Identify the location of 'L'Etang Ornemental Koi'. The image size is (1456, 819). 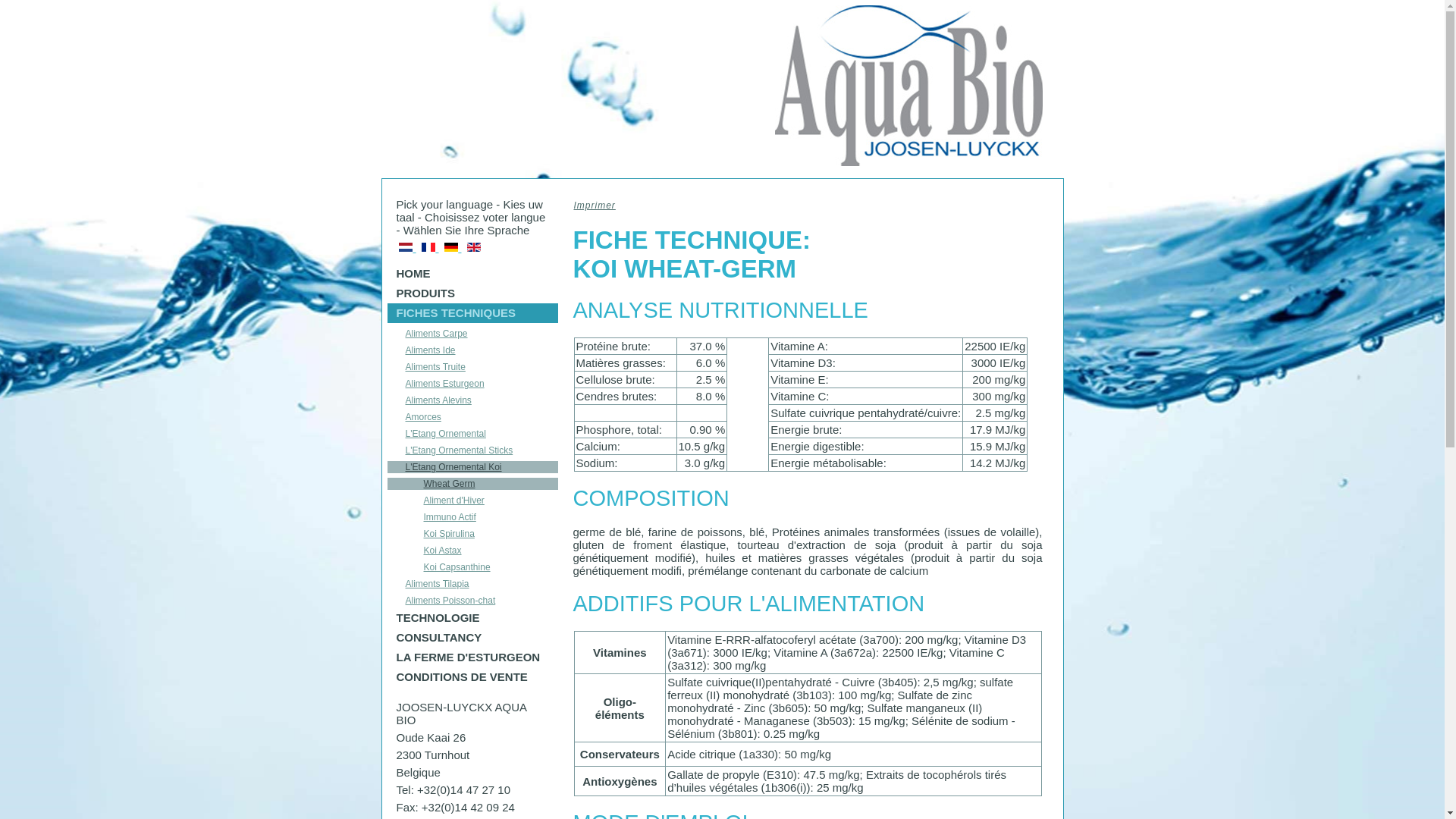
(471, 466).